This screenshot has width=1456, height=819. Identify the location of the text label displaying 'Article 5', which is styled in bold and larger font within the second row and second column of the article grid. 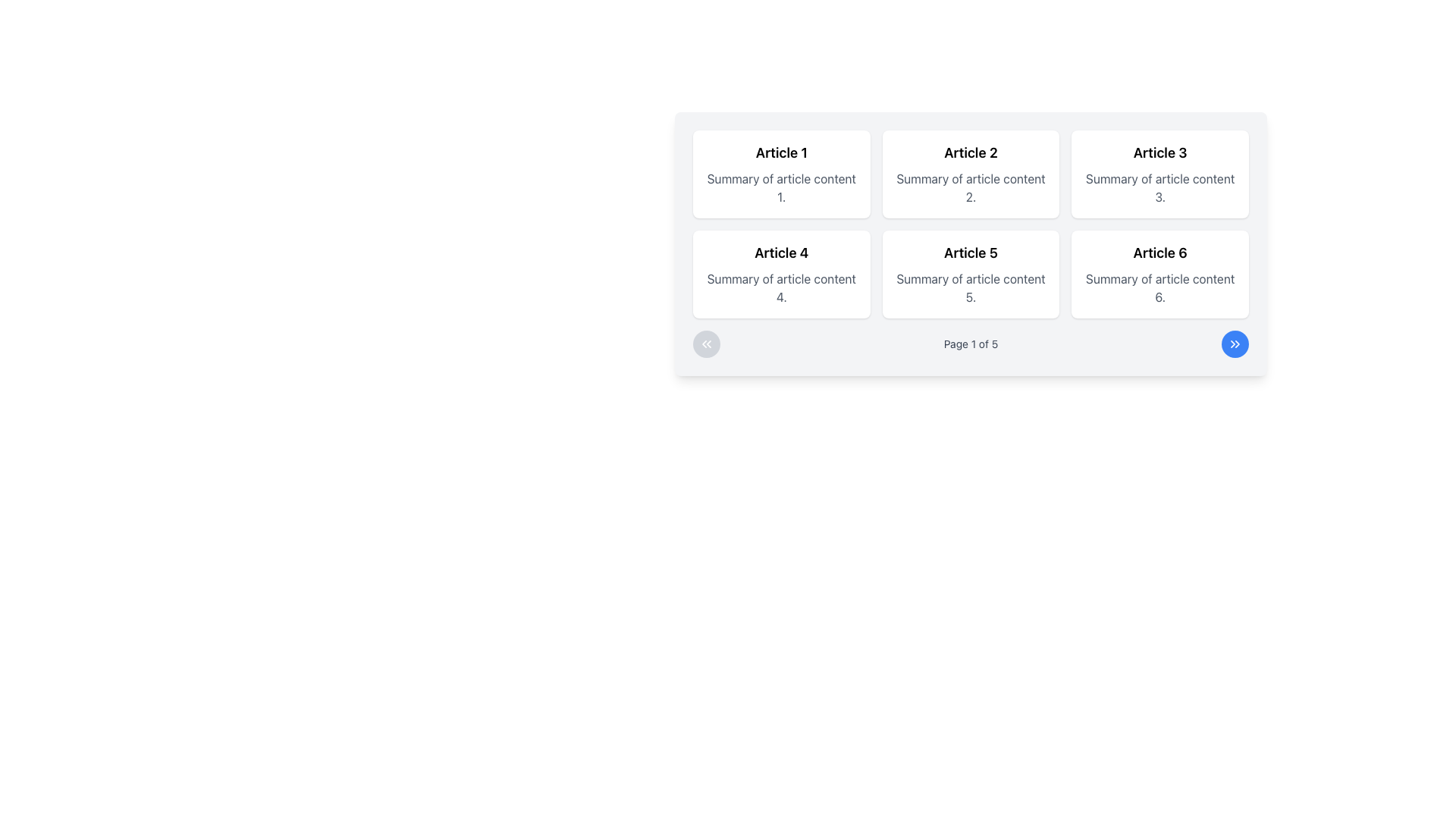
(971, 253).